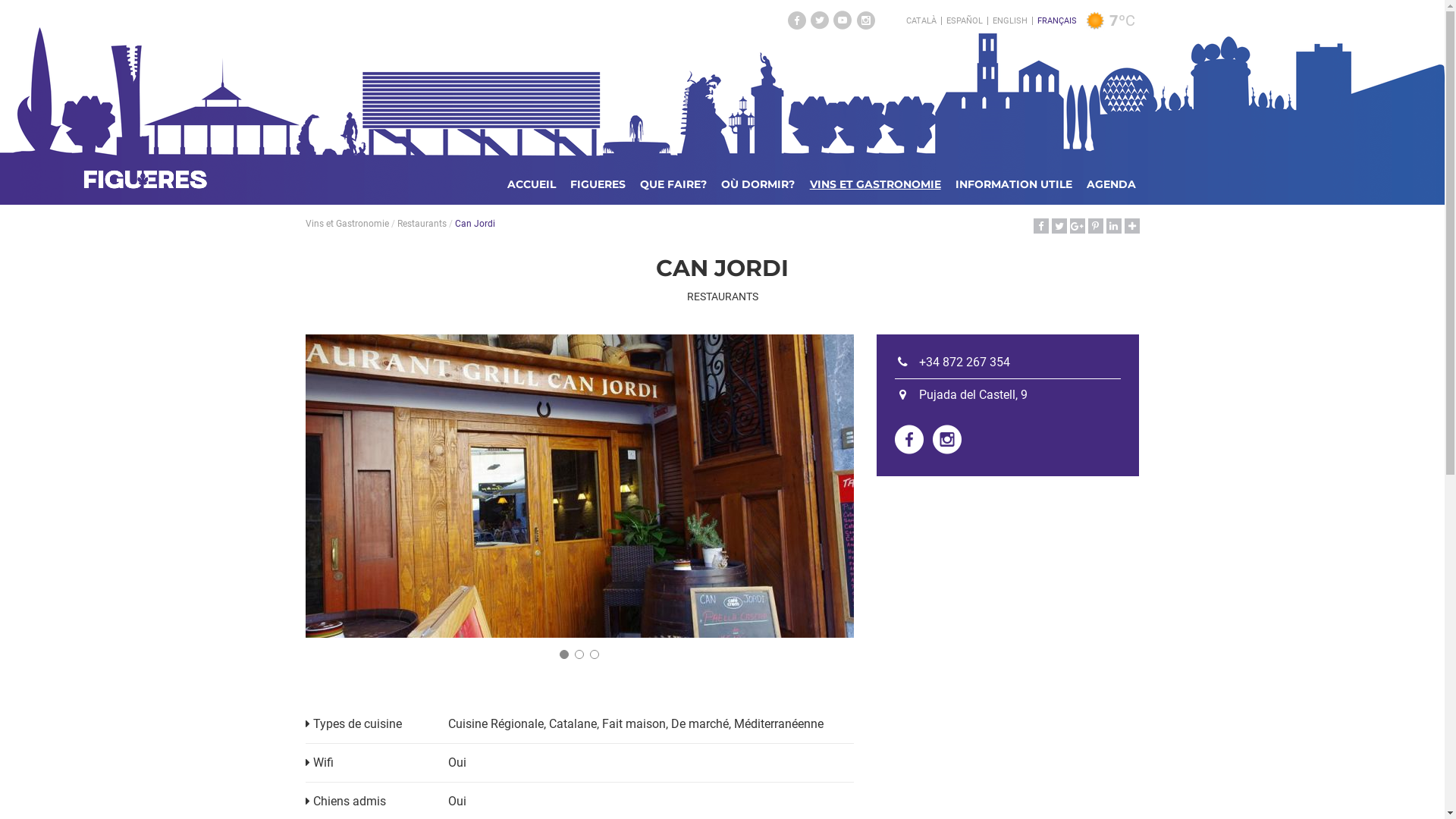 The image size is (1456, 819). What do you see at coordinates (593, 654) in the screenshot?
I see `'3'` at bounding box center [593, 654].